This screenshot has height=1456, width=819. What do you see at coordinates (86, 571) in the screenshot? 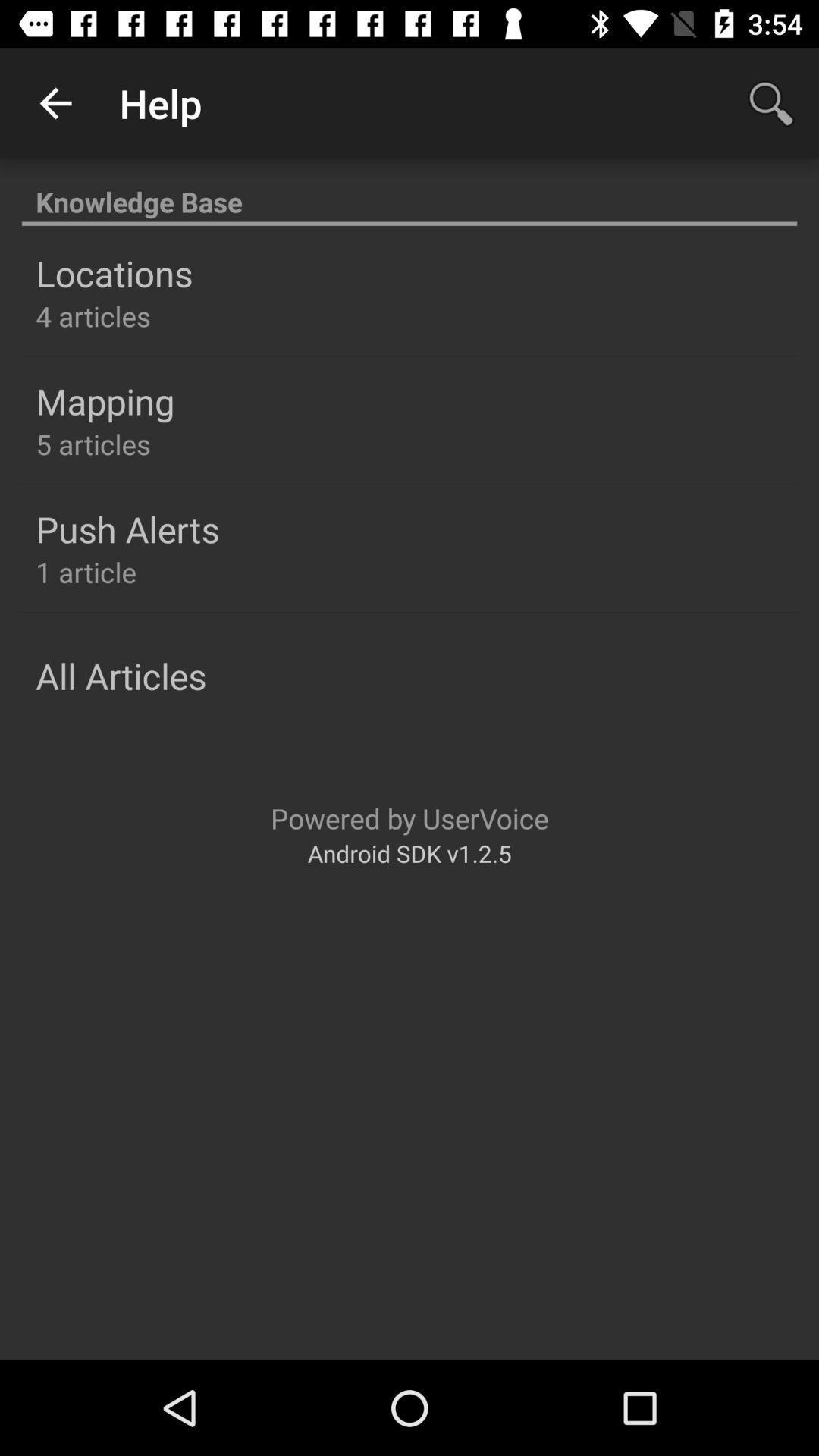
I see `the 1 article item` at bounding box center [86, 571].